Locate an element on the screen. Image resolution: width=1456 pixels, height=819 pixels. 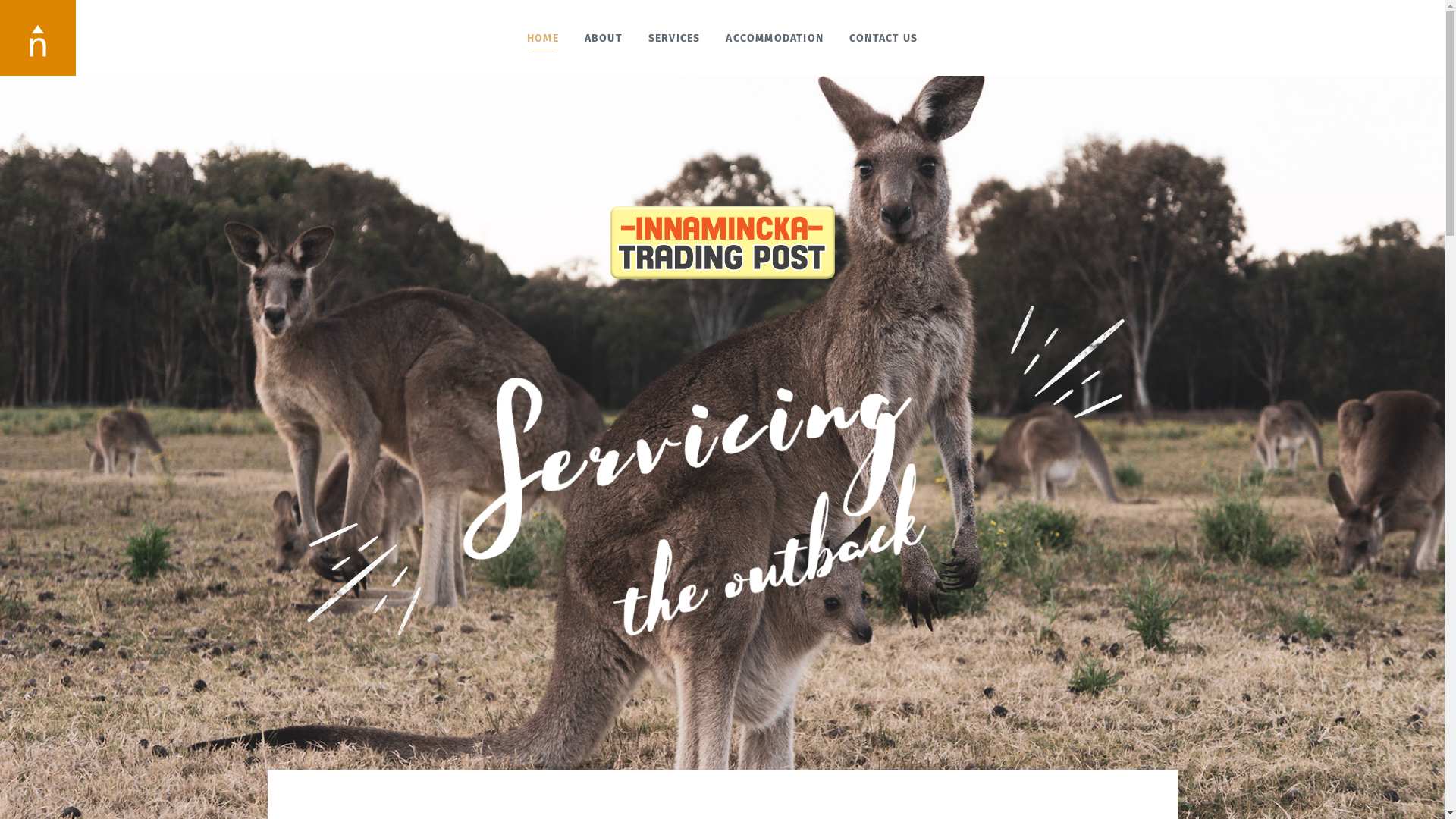
'Back to Northern Interests' is located at coordinates (37, 36).